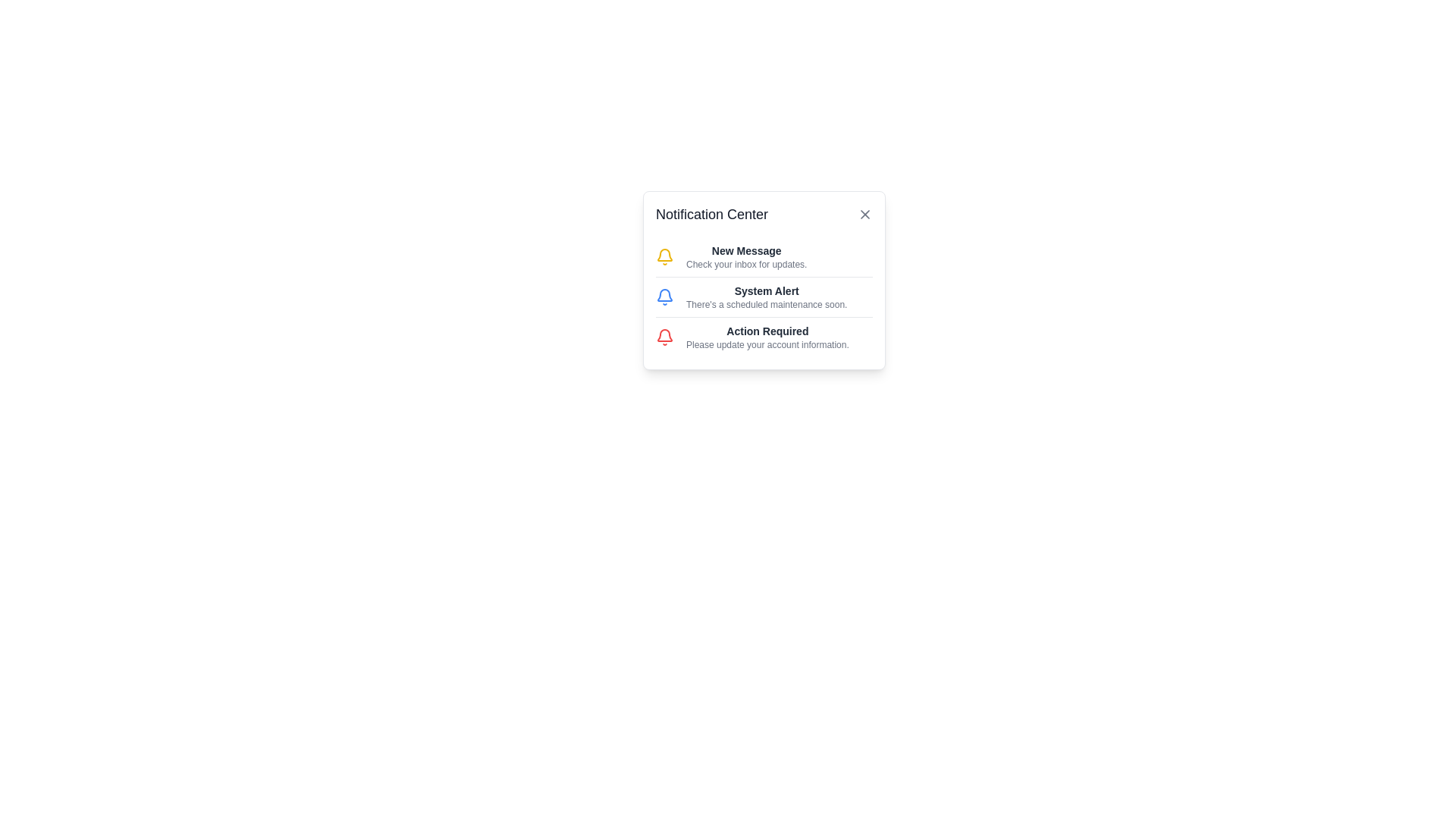 The width and height of the screenshot is (1456, 819). What do you see at coordinates (767, 304) in the screenshot?
I see `notification text displayed in light gray that says 'There's a scheduled maintenance soon', located below the 'System Alert' headline in the notification layout` at bounding box center [767, 304].